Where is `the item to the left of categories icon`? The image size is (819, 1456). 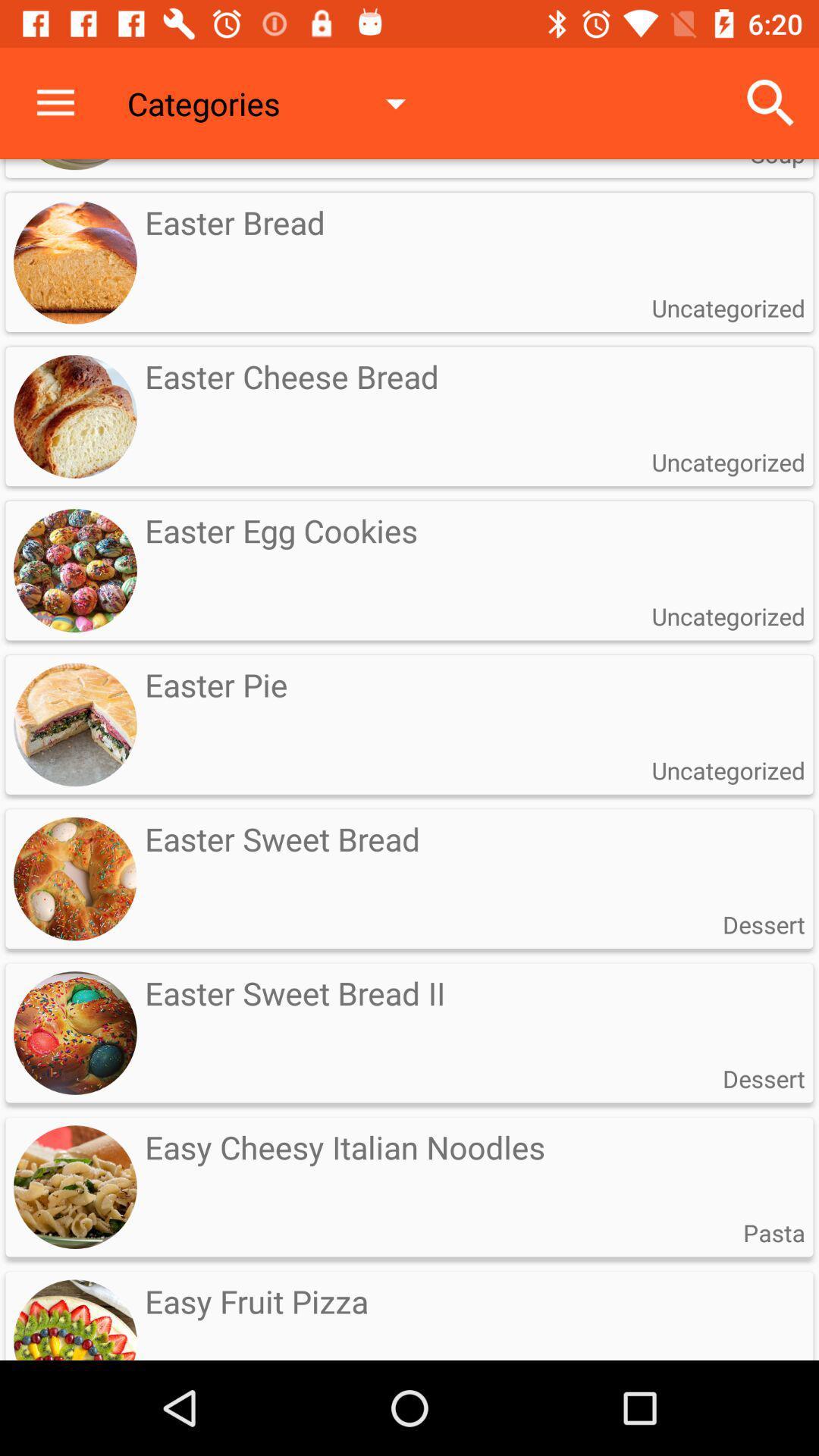
the item to the left of categories icon is located at coordinates (55, 102).